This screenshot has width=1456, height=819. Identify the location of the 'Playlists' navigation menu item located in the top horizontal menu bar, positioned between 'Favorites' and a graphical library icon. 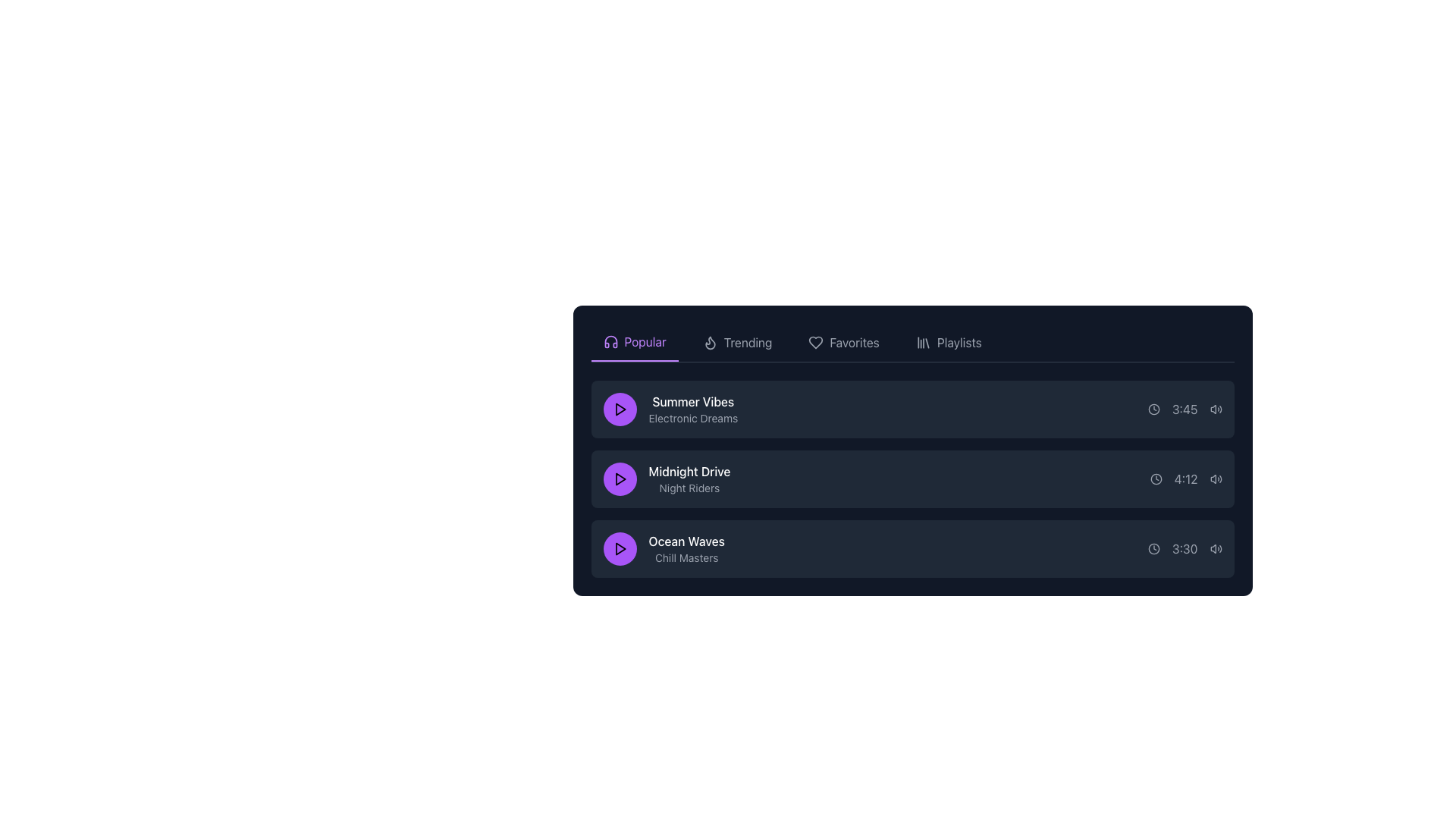
(959, 342).